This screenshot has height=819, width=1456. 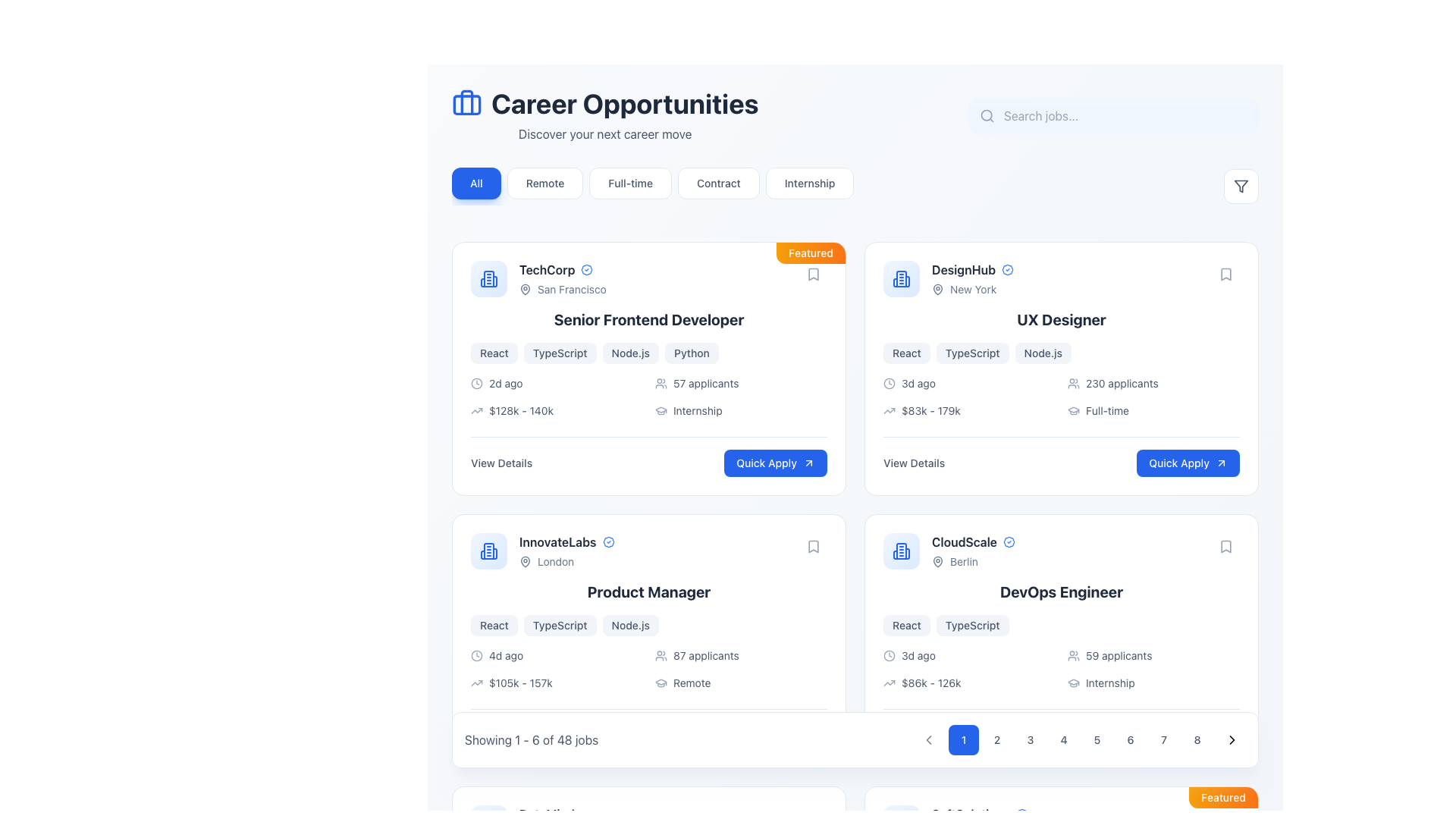 I want to click on text displayed on the rounded rectangular label that says 'React', which is located near the top-left area of the job details for 'Product Manager' at 'InnovateLabs', so click(x=494, y=626).